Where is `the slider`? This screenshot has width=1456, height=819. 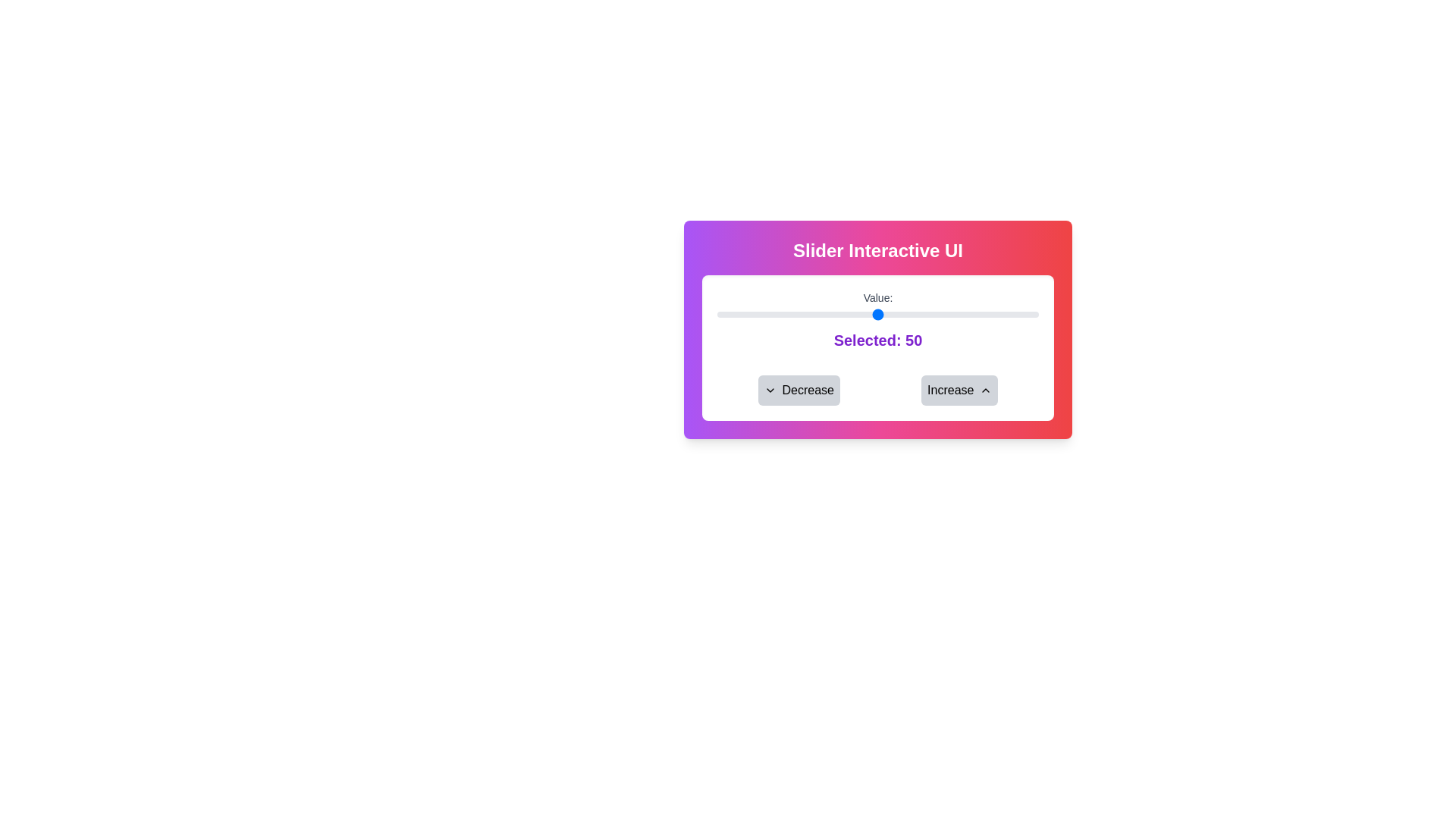
the slider is located at coordinates (884, 314).